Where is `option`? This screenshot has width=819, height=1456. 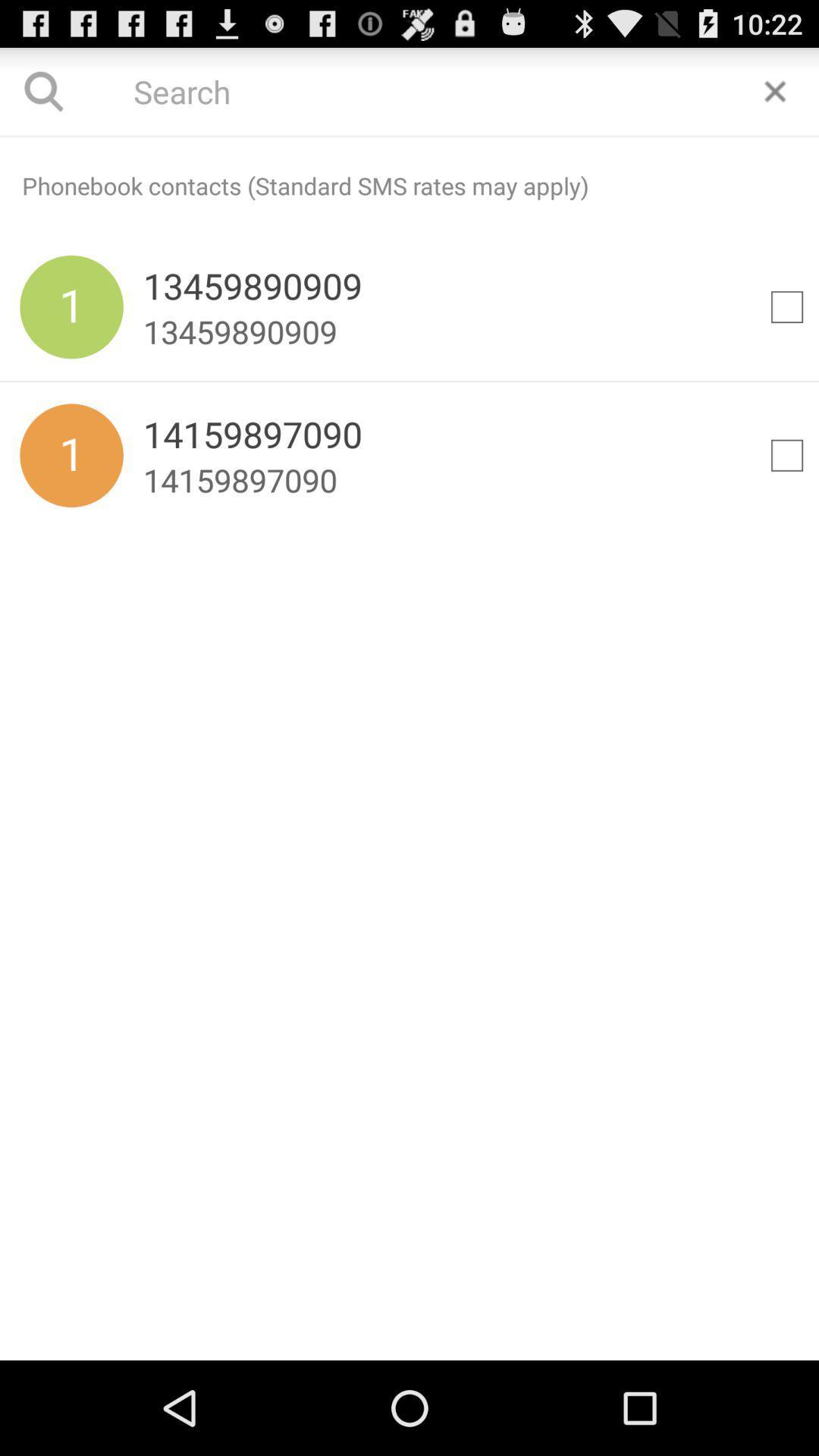 option is located at coordinates (775, 90).